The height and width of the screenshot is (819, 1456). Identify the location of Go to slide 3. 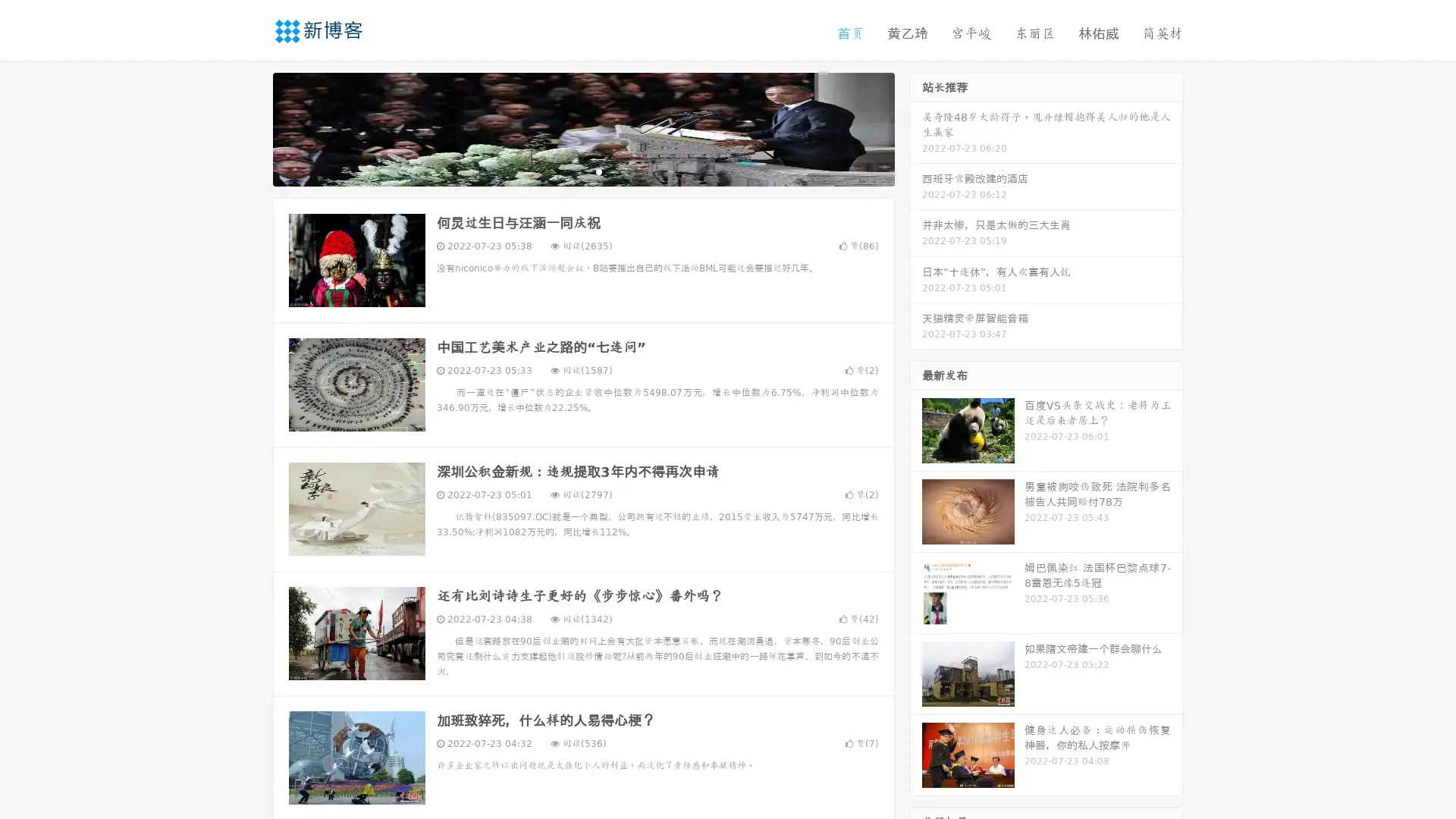
(598, 171).